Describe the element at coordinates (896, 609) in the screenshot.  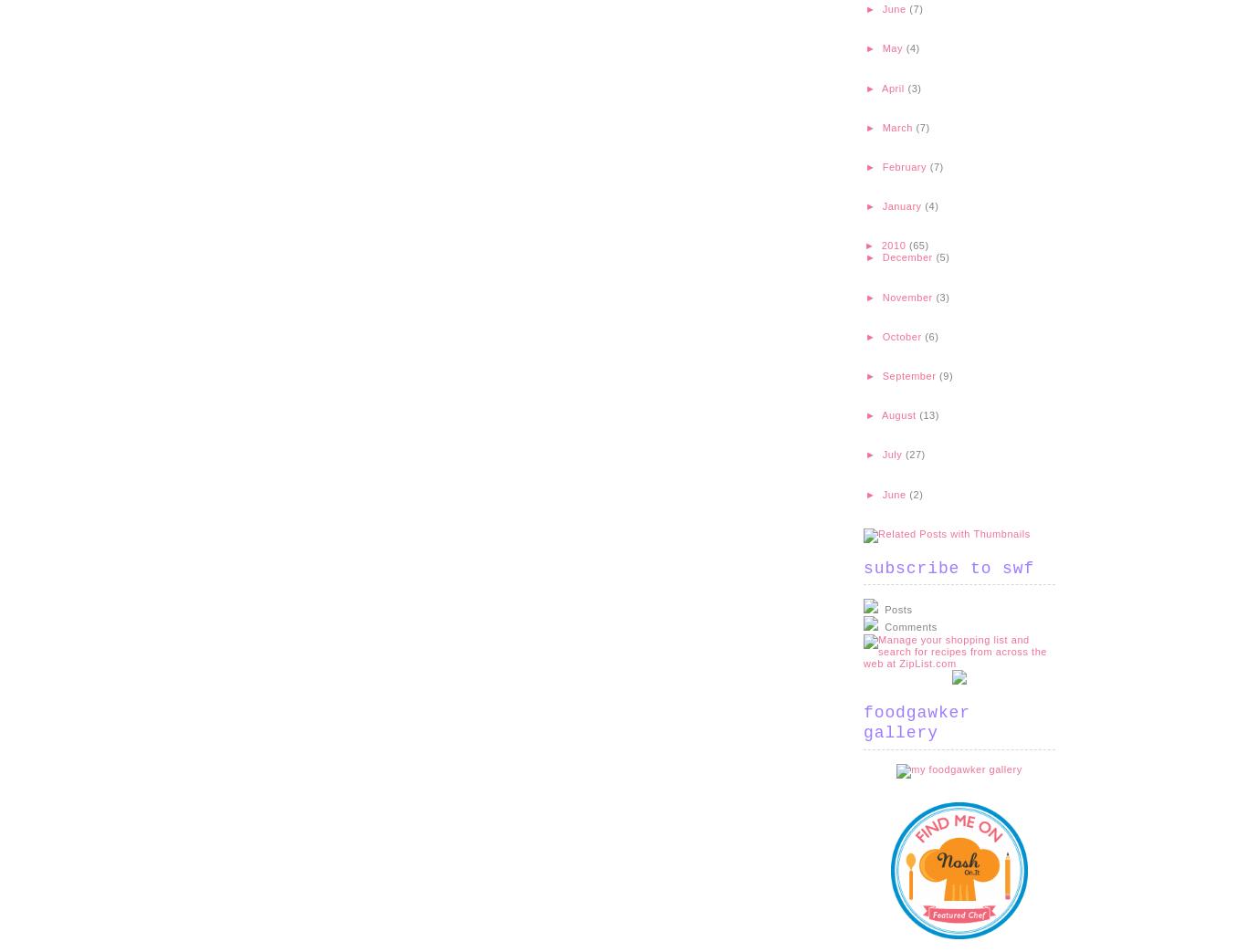
I see `'Posts'` at that location.